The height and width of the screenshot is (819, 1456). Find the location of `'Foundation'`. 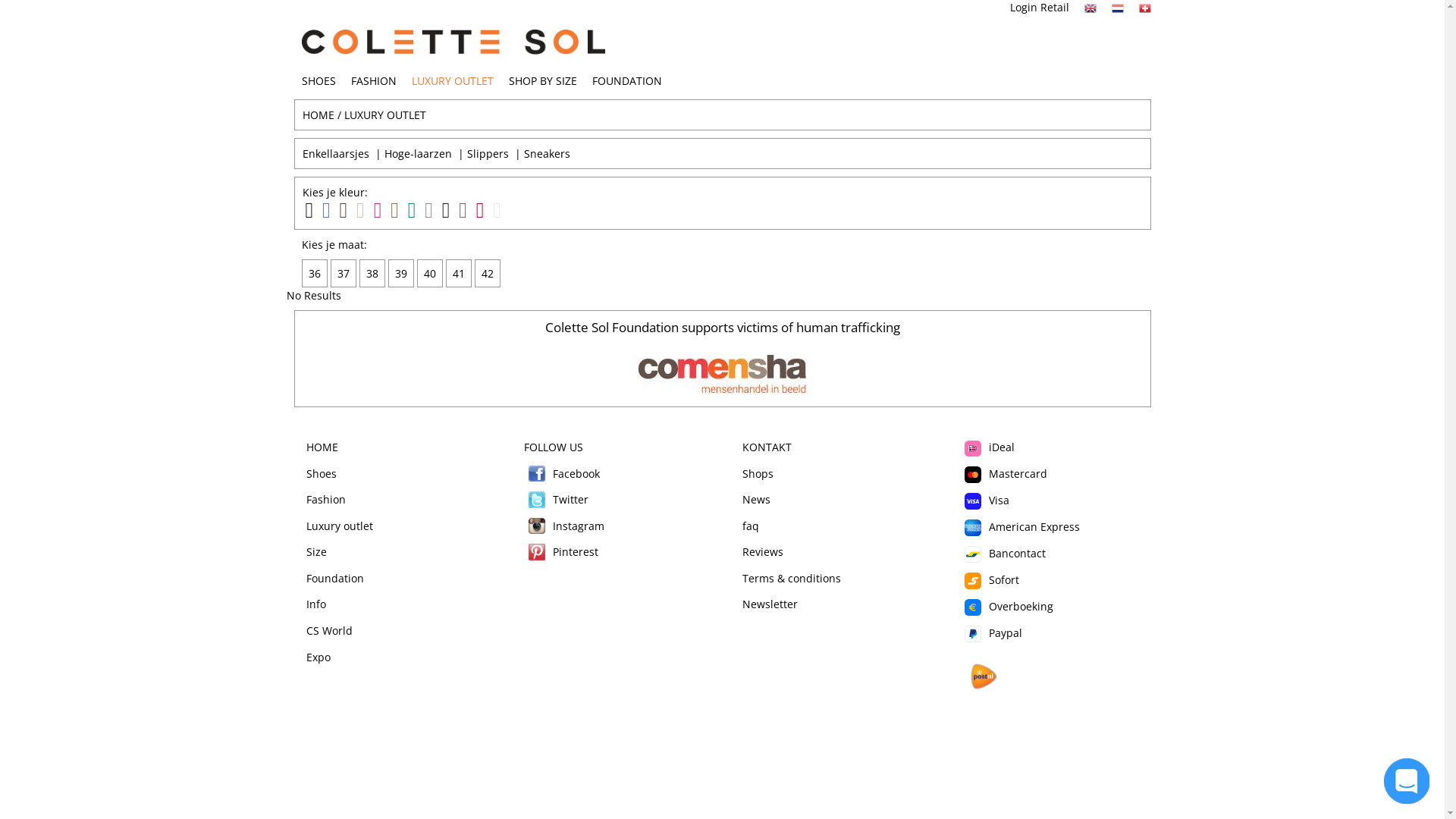

'Foundation' is located at coordinates (334, 578).